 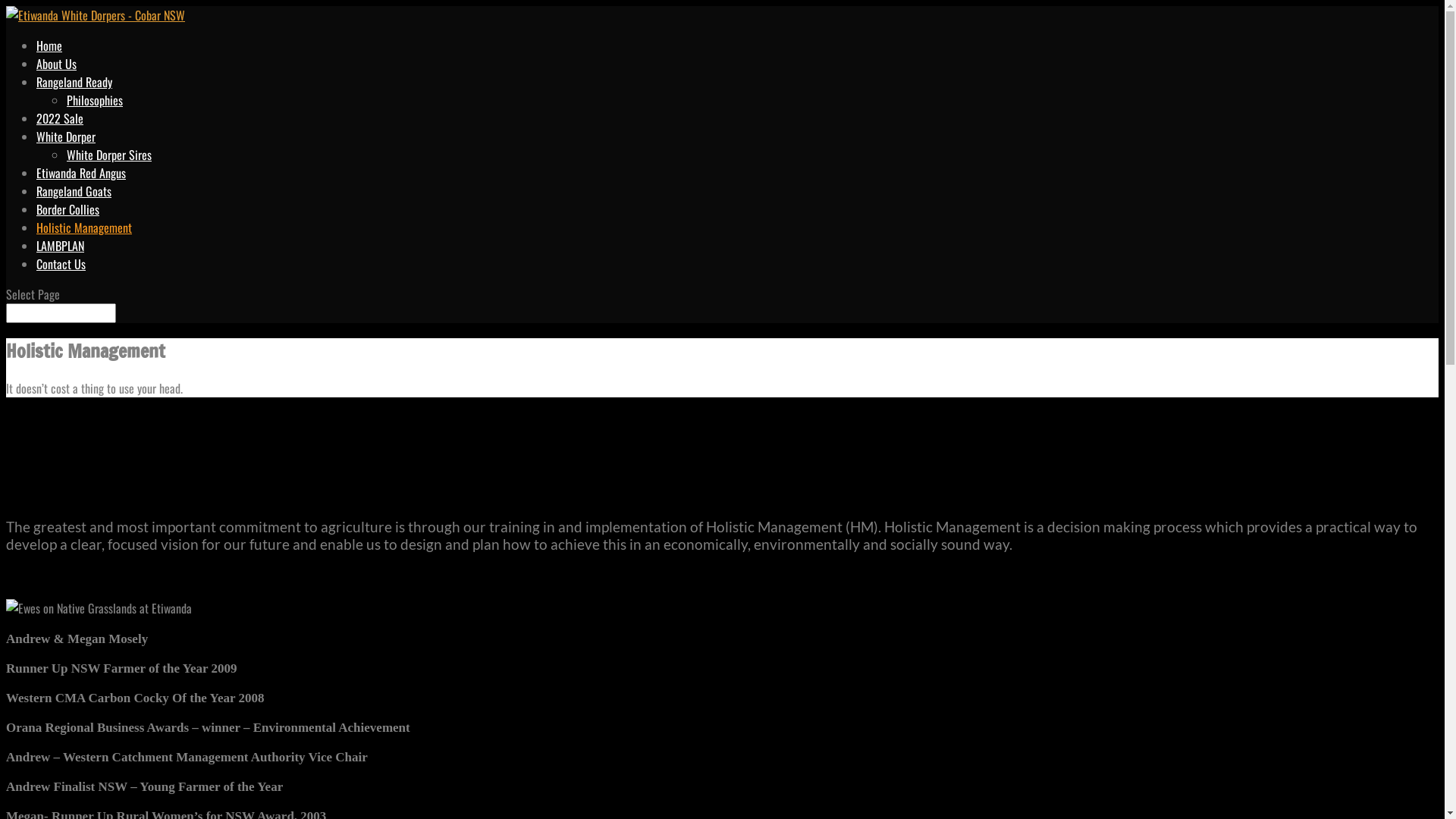 I want to click on 'Holistic Management', so click(x=83, y=227).